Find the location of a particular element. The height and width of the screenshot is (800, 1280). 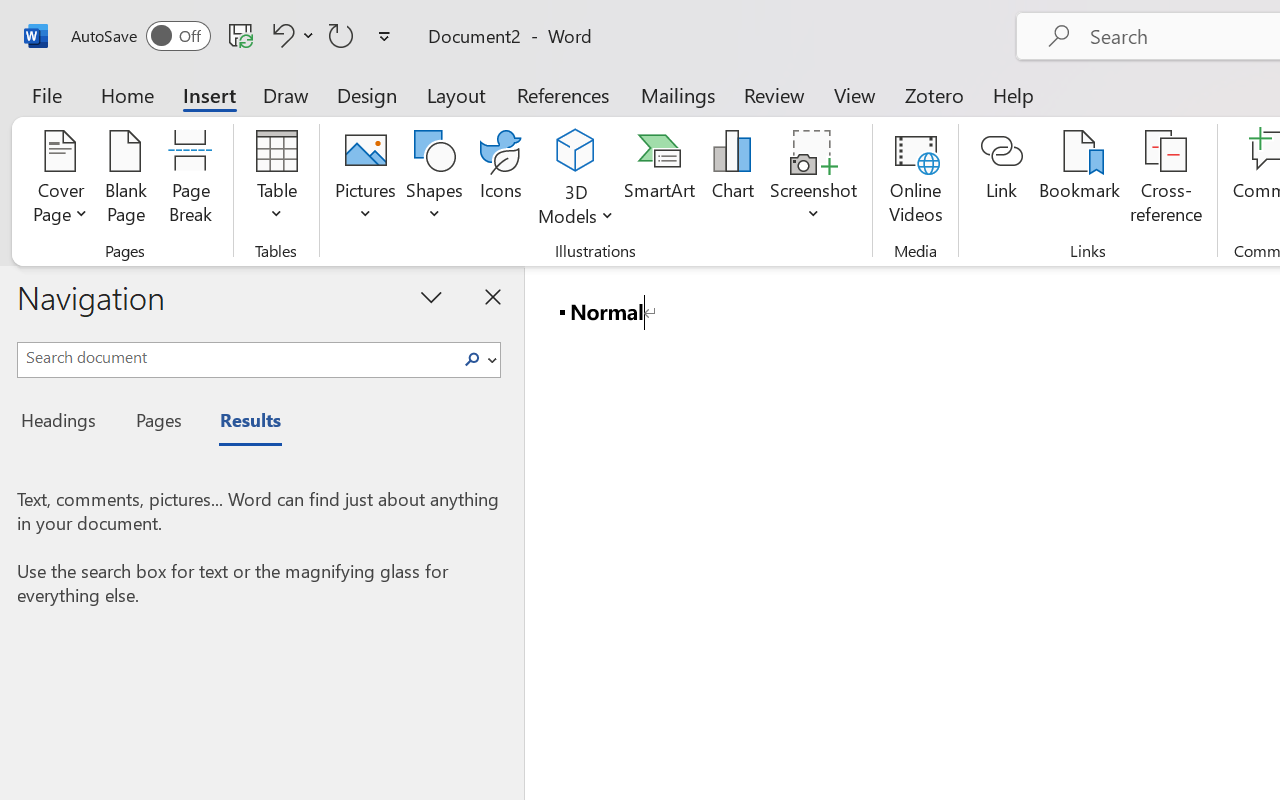

'Search' is located at coordinates (477, 360).